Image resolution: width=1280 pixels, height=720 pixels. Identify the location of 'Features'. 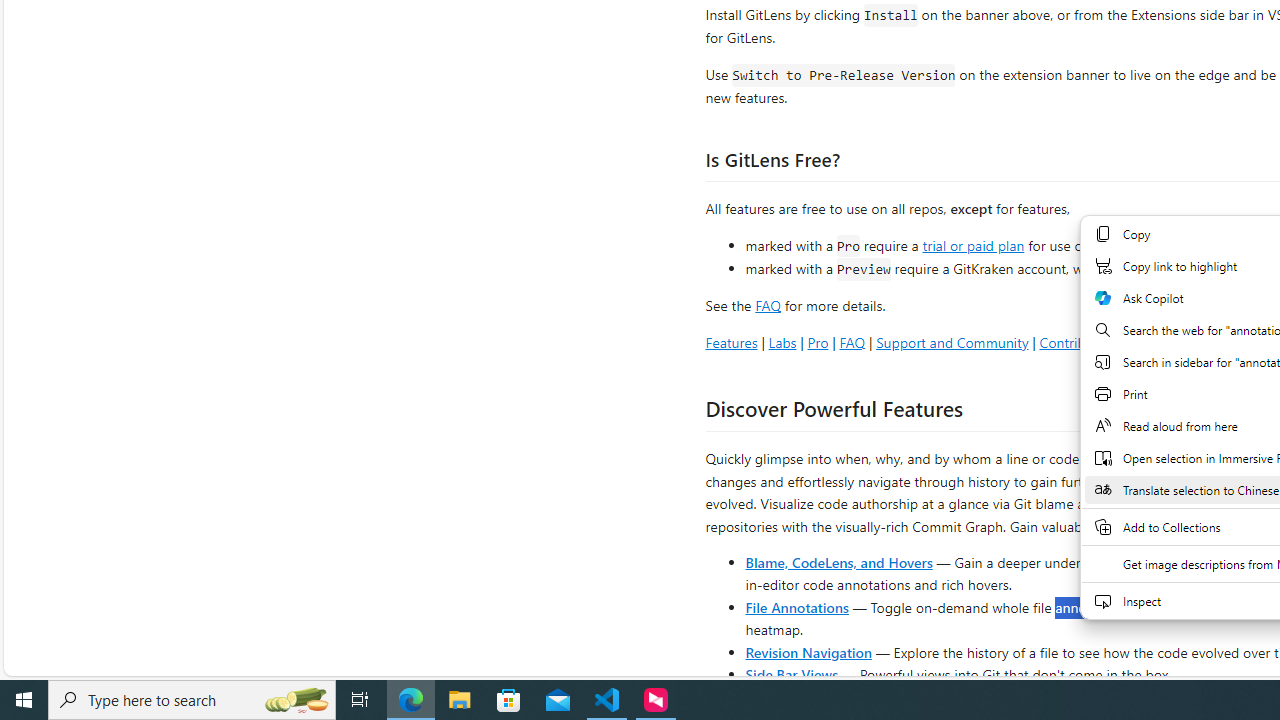
(730, 341).